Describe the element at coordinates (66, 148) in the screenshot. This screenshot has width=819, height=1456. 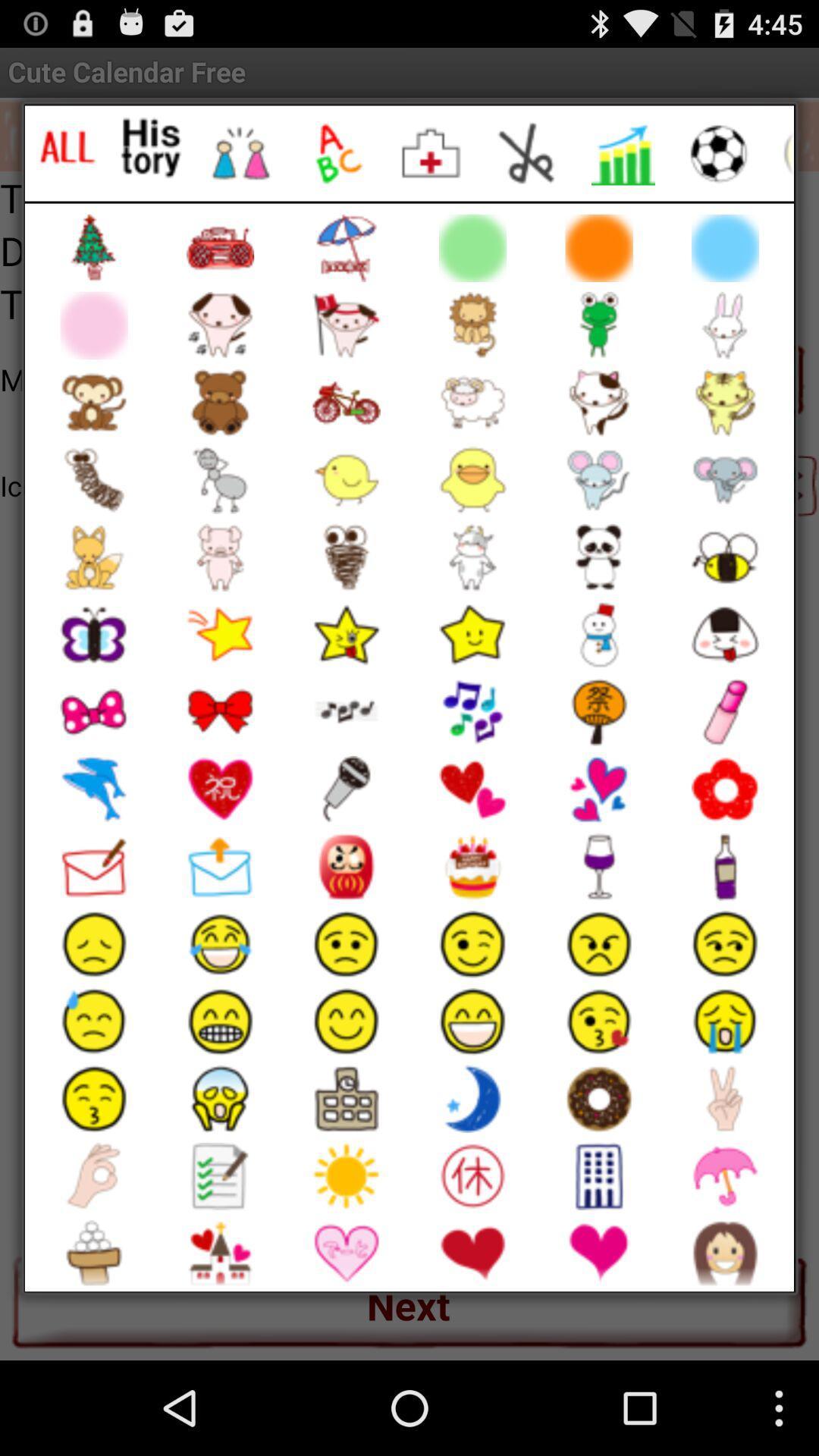
I see `show all images` at that location.